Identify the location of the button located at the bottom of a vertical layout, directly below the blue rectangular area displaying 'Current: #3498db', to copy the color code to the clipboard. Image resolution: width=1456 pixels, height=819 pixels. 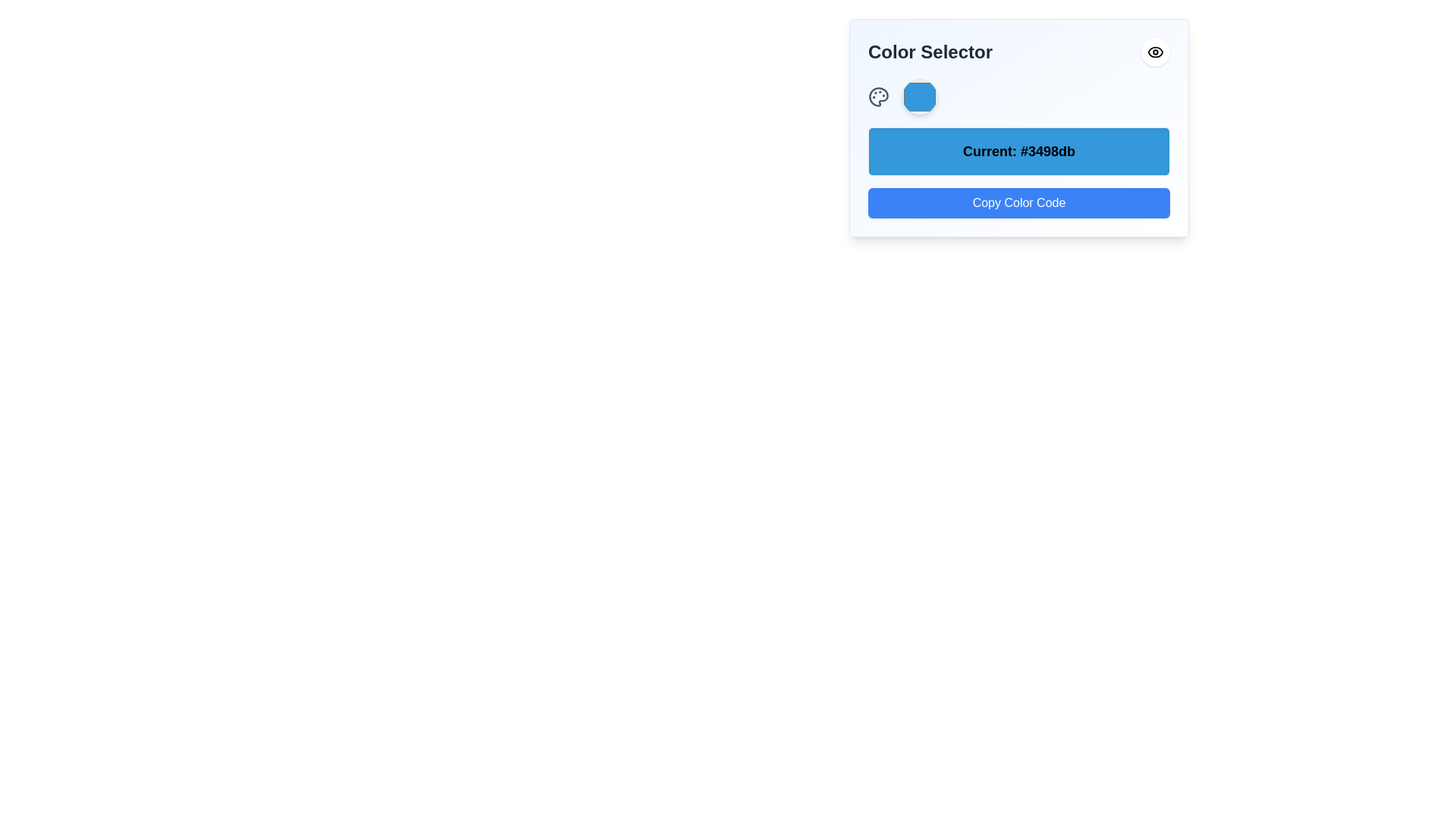
(1019, 202).